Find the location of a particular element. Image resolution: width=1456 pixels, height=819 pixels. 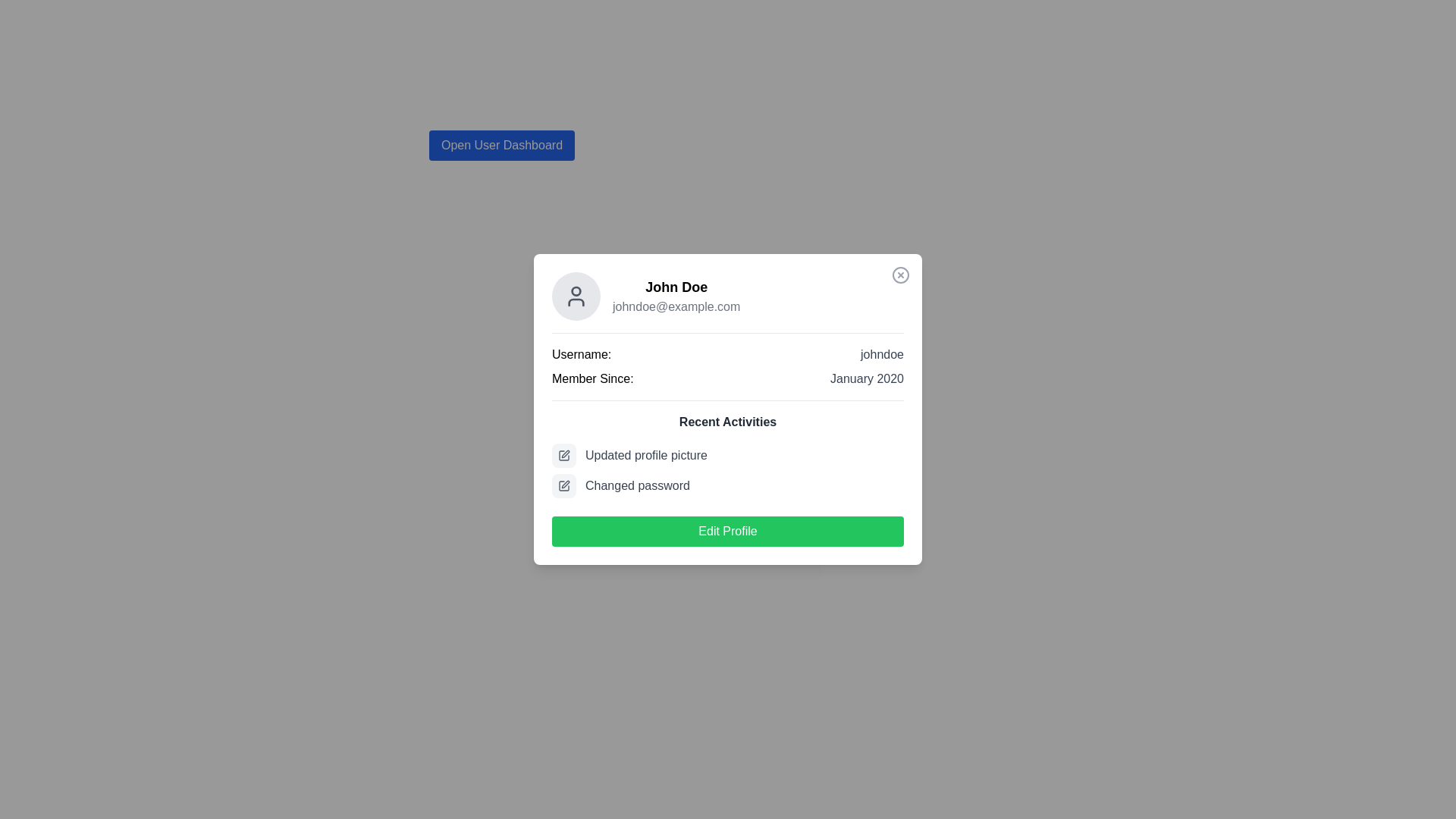

the small gray icon resembling a square with a pen overlay, indicating an editable action, located before the text 'Updated profile picture' in the recent activities section of the user information card layout is located at coordinates (563, 455).